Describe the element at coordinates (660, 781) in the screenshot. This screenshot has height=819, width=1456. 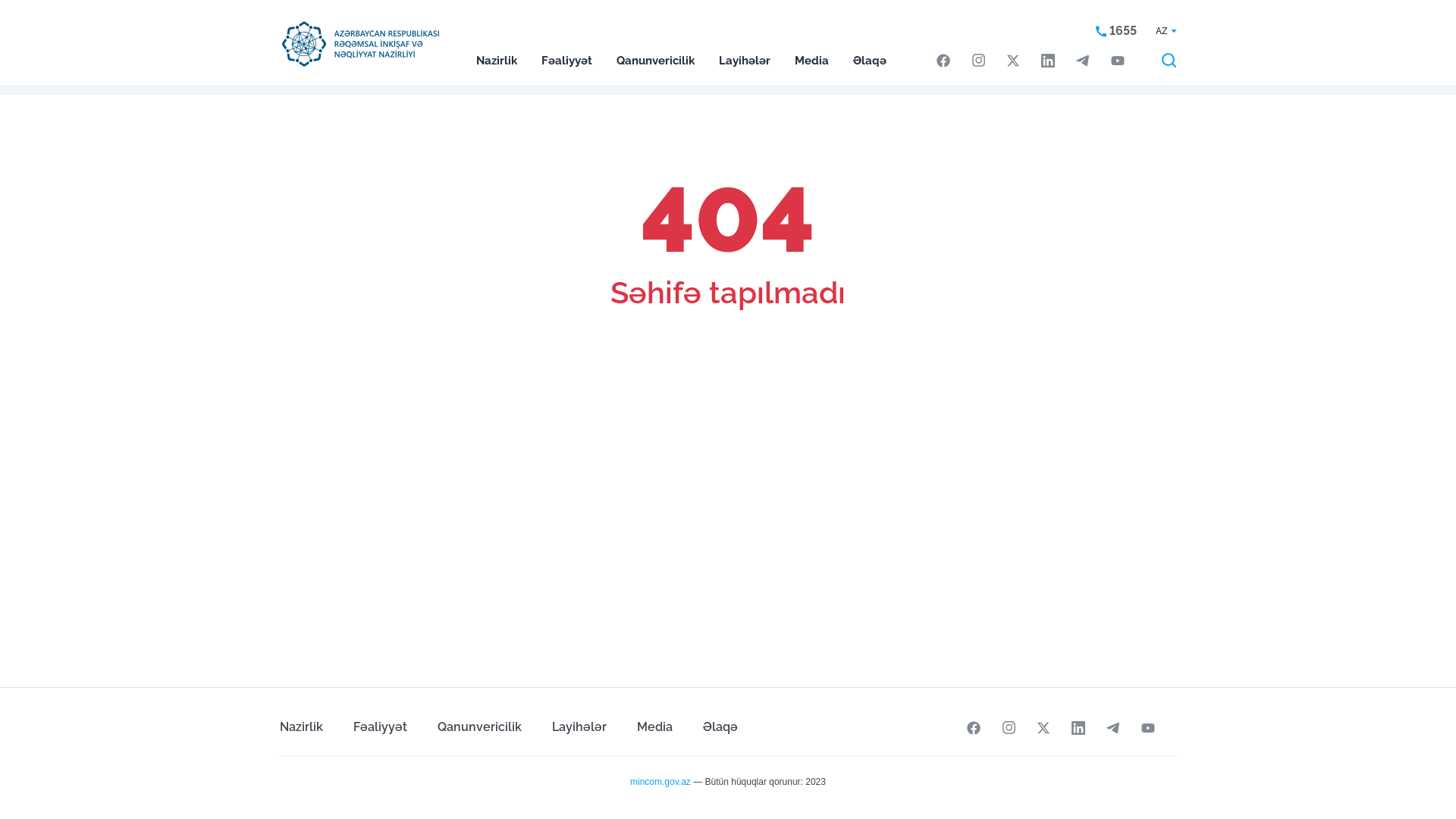
I see `'mincom.gov.az'` at that location.